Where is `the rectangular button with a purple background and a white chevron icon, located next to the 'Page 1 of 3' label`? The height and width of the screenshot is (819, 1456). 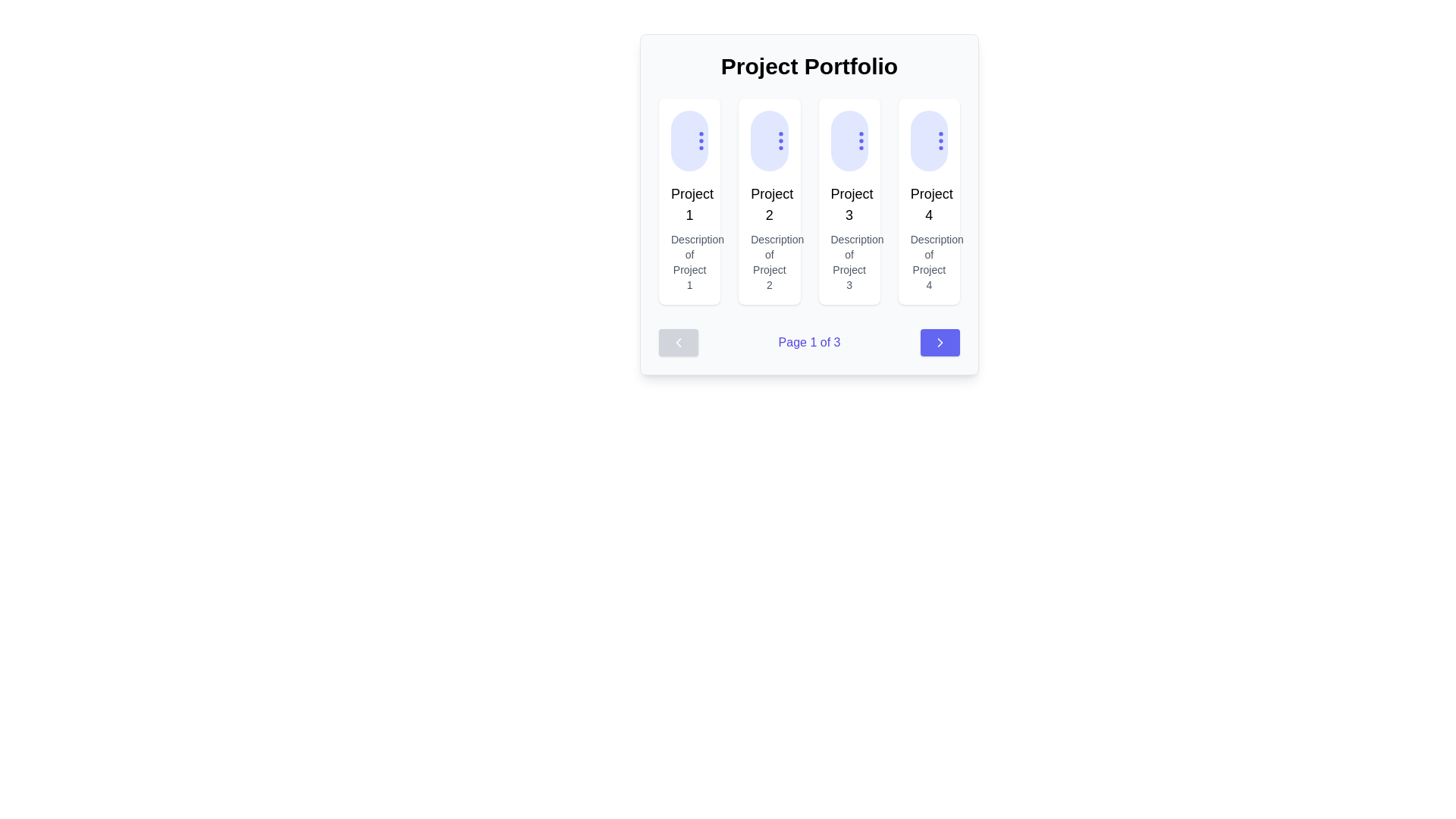 the rectangular button with a purple background and a white chevron icon, located next to the 'Page 1 of 3' label is located at coordinates (939, 342).